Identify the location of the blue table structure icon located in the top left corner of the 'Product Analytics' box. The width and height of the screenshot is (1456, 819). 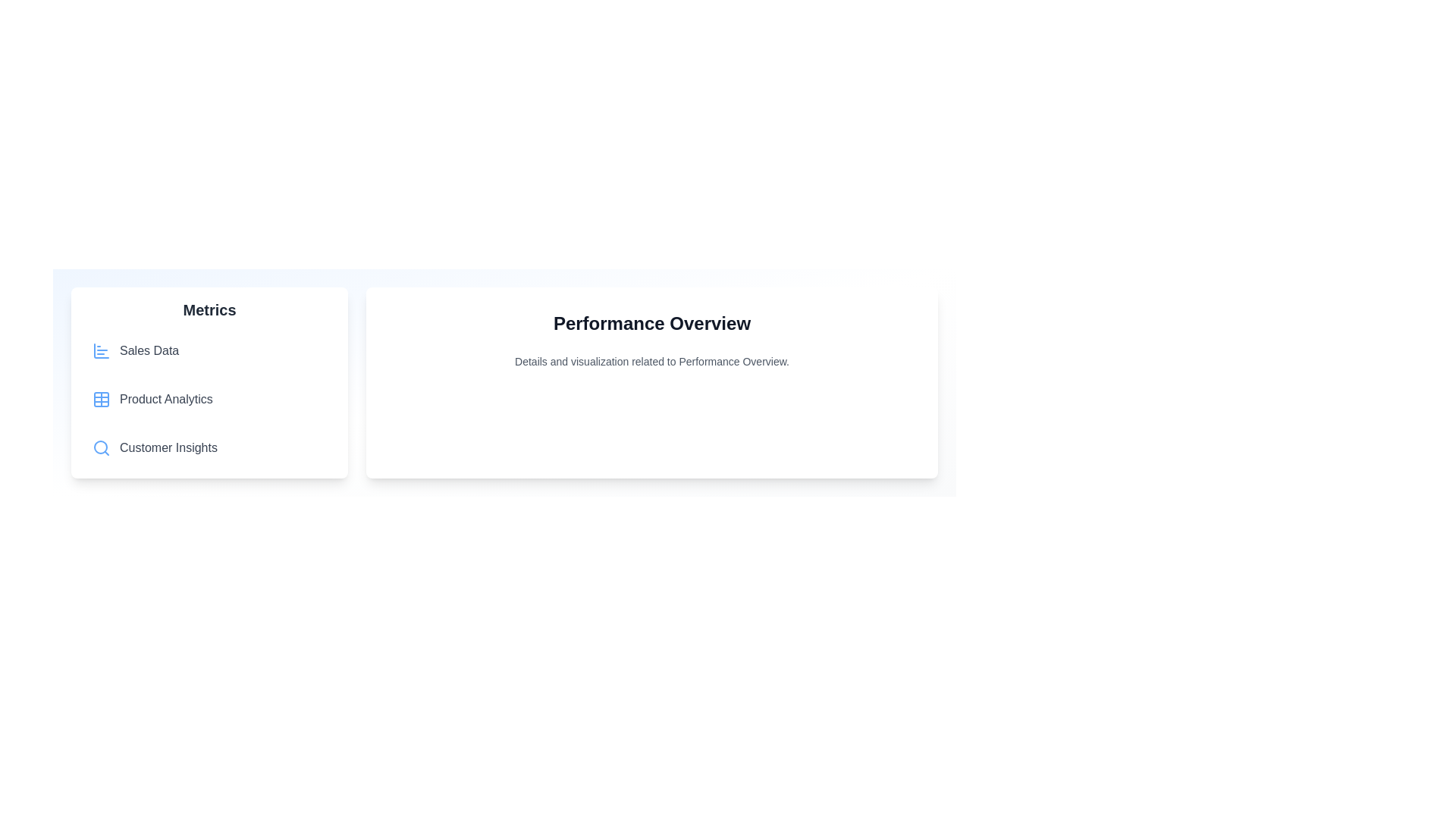
(101, 399).